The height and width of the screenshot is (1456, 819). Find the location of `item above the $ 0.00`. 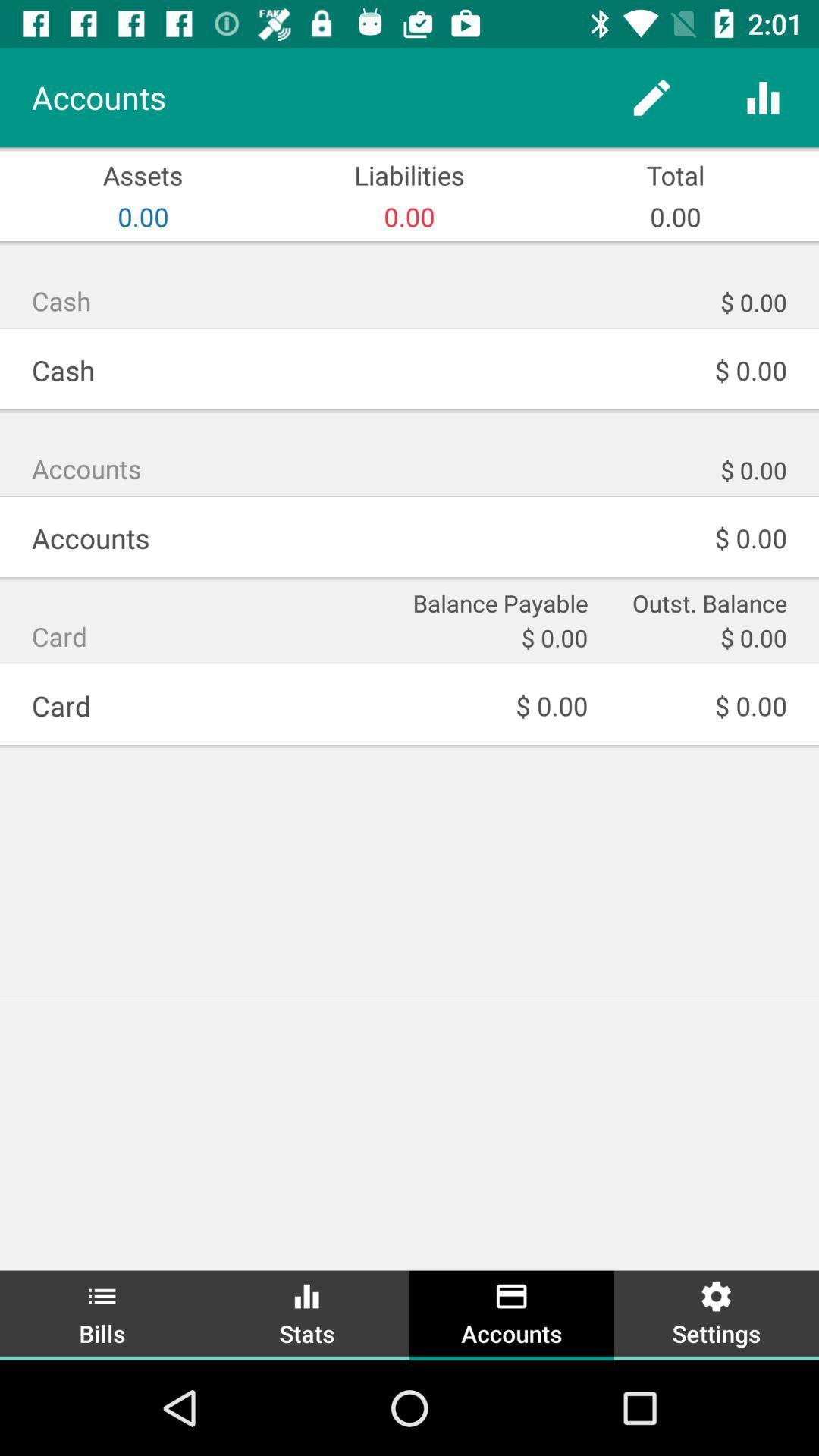

item above the $ 0.00 is located at coordinates (697, 601).